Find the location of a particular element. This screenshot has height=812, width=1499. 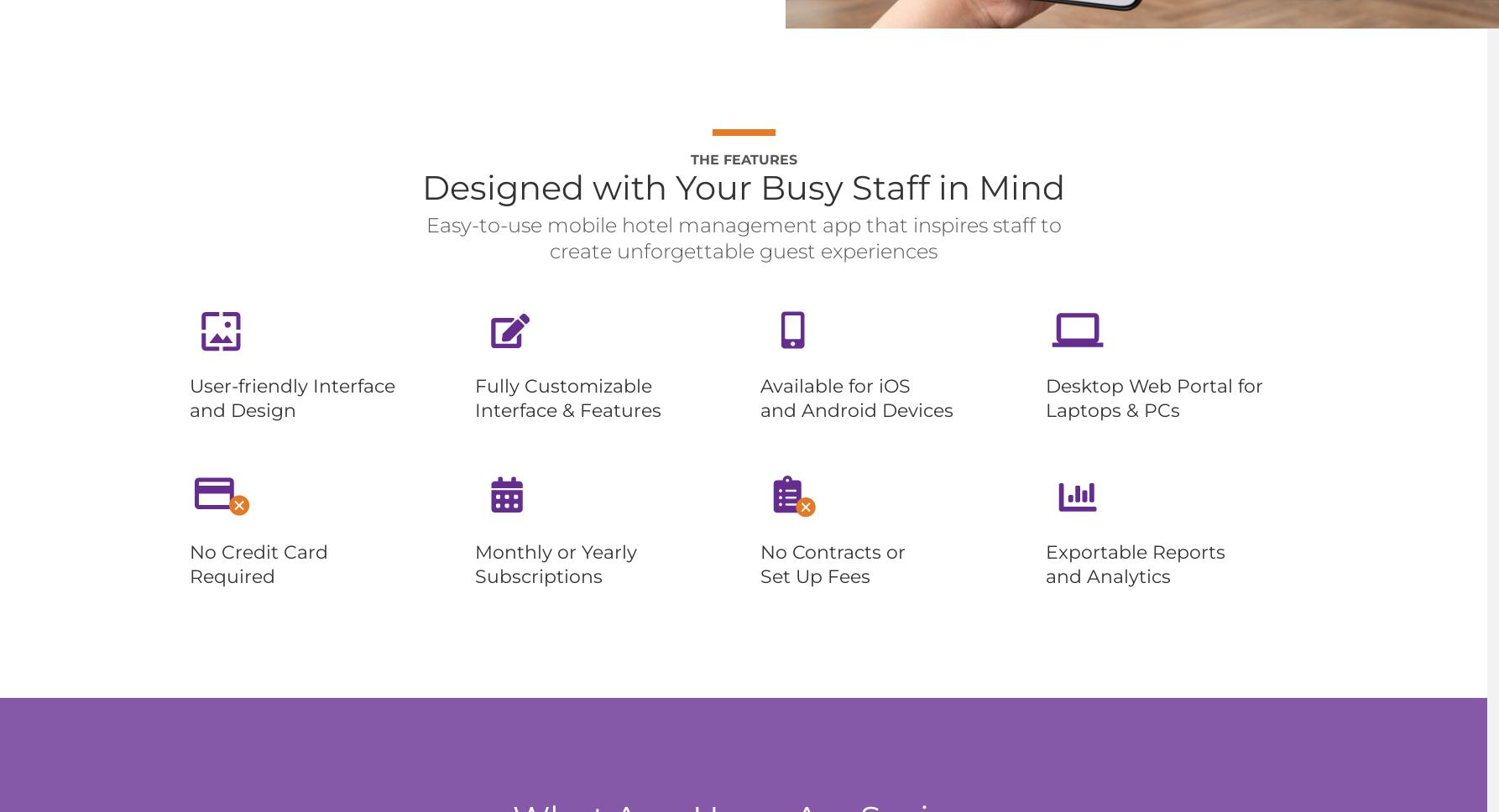

'Exportable Reports' is located at coordinates (1135, 552).